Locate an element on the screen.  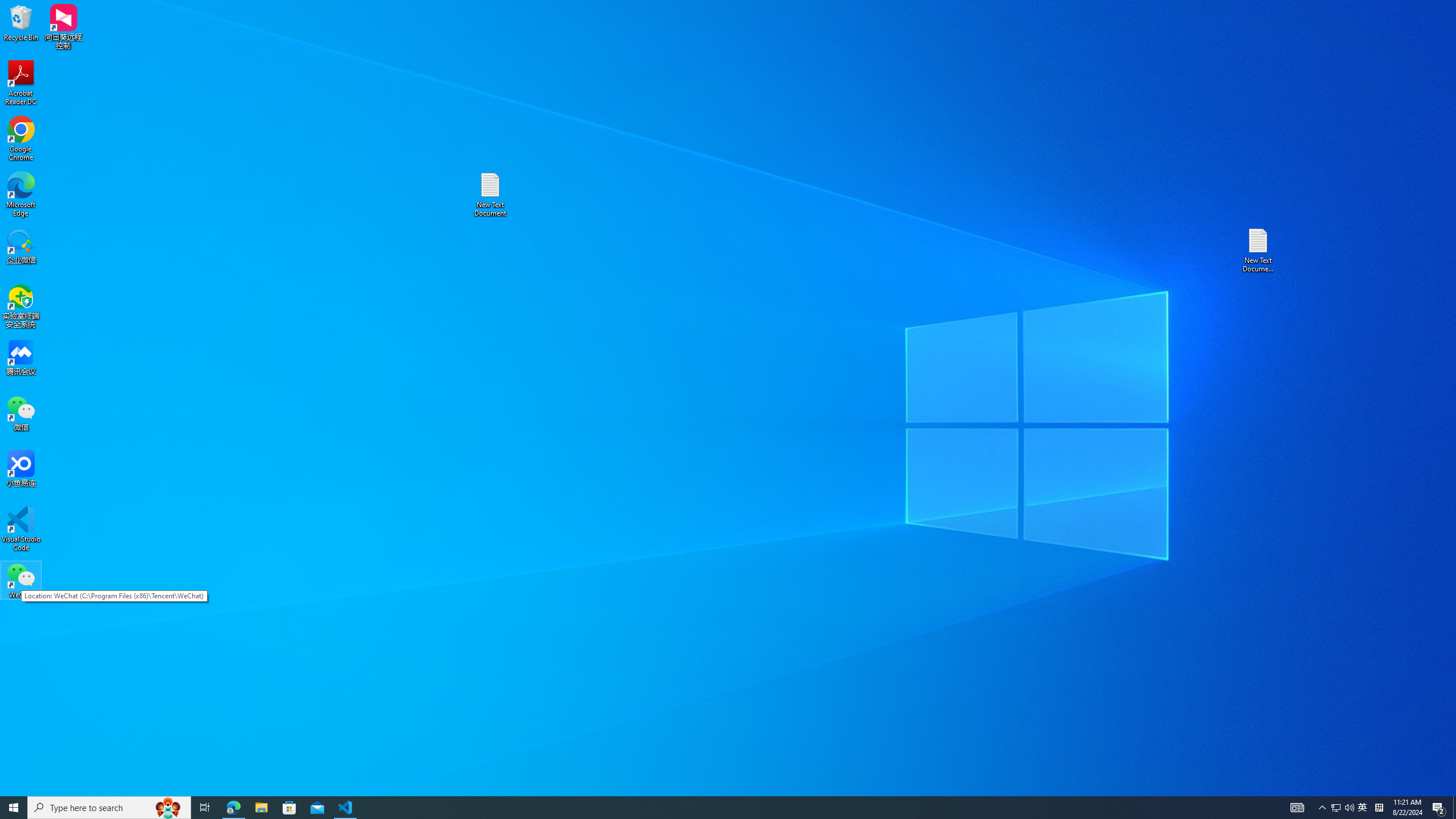
'File Explorer' is located at coordinates (260, 806).